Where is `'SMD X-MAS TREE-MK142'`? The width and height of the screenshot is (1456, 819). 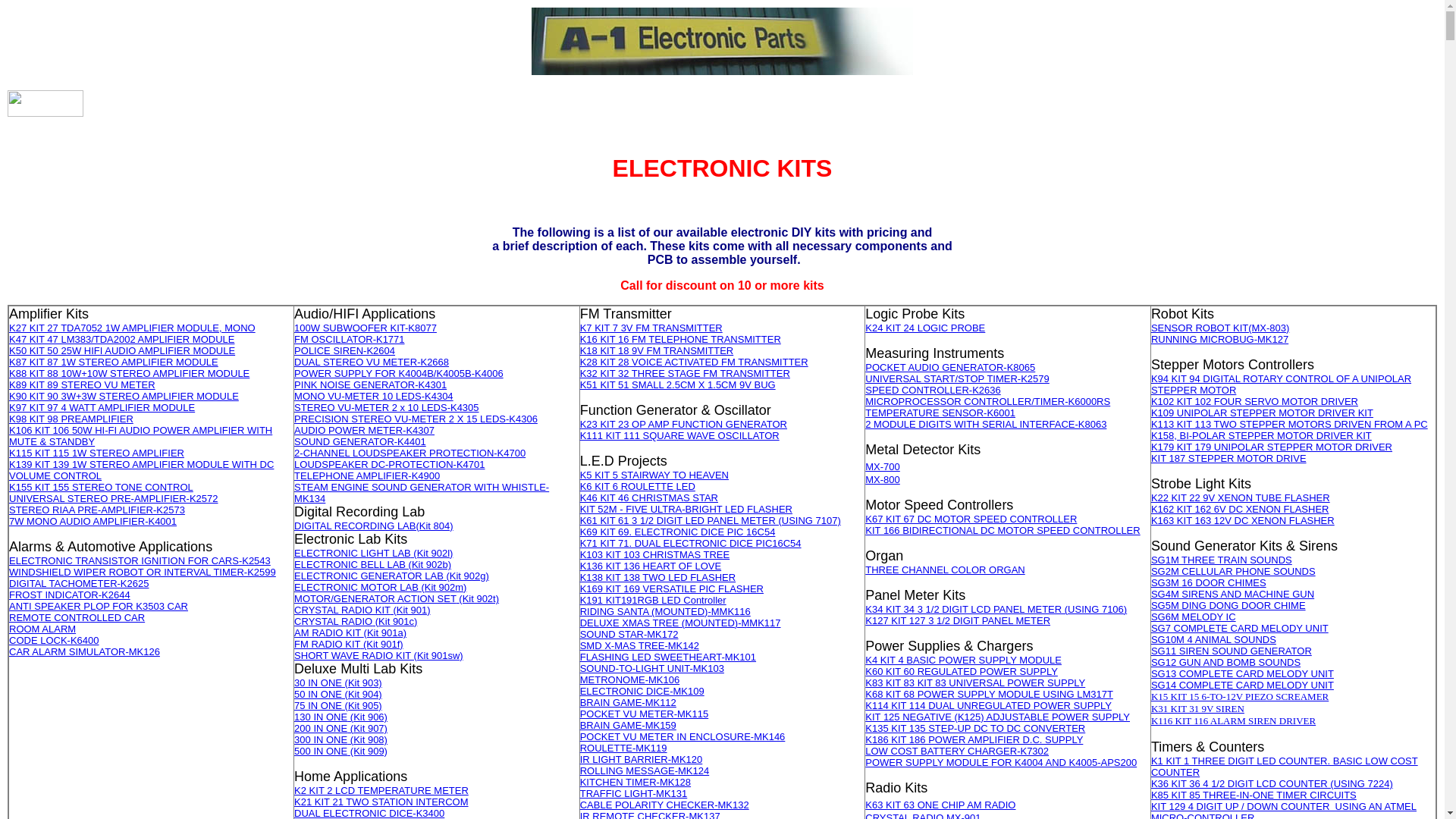 'SMD X-MAS TREE-MK142' is located at coordinates (639, 645).